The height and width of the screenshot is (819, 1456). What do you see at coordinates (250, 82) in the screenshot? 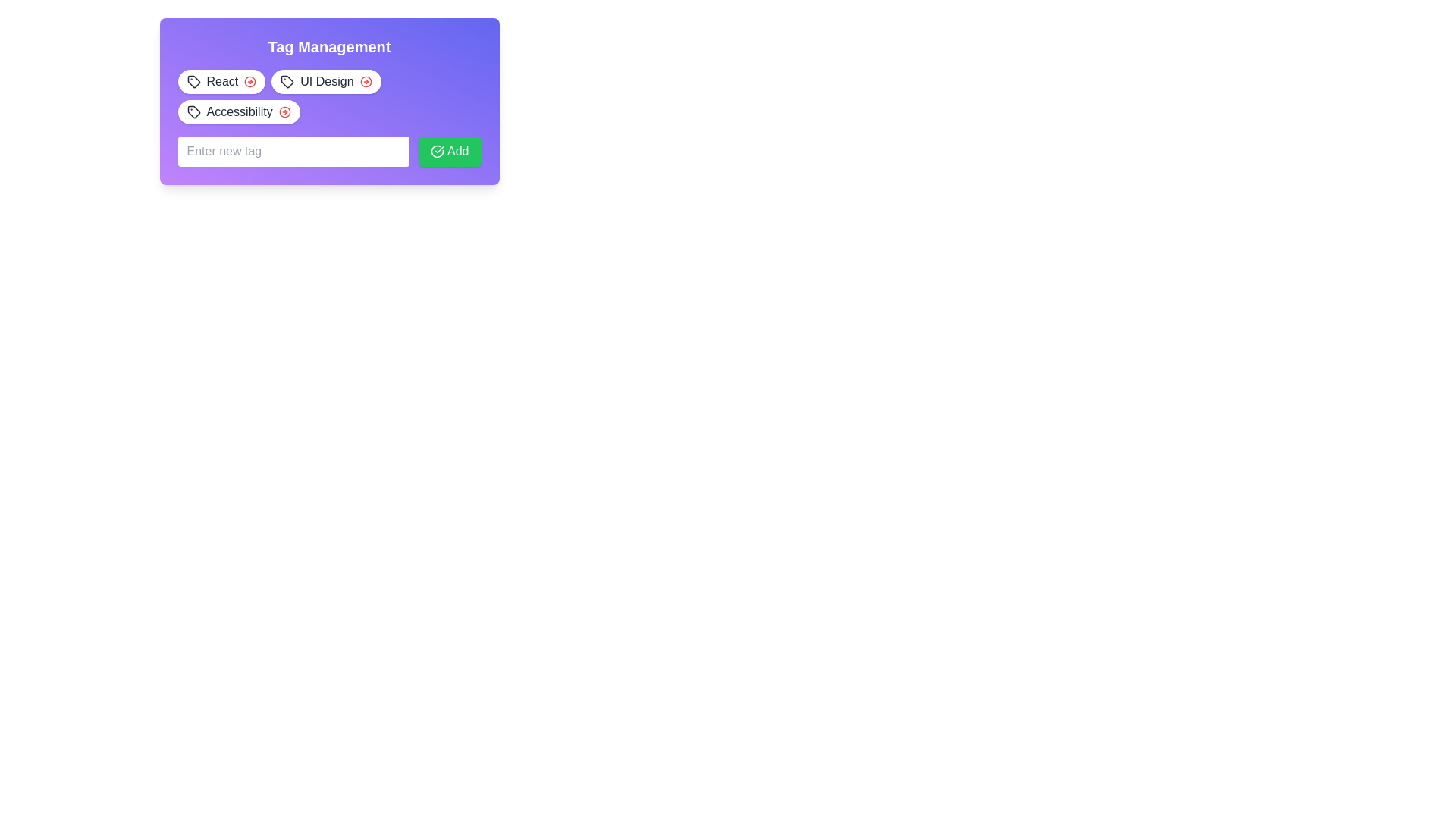
I see `the circular outline decoration element within the SVG graphic that visually enhances the 'React' tag, located slightly above and to the right of the midpoint of the purple card containing tags and a text input field labeled 'Tag Management'` at bounding box center [250, 82].